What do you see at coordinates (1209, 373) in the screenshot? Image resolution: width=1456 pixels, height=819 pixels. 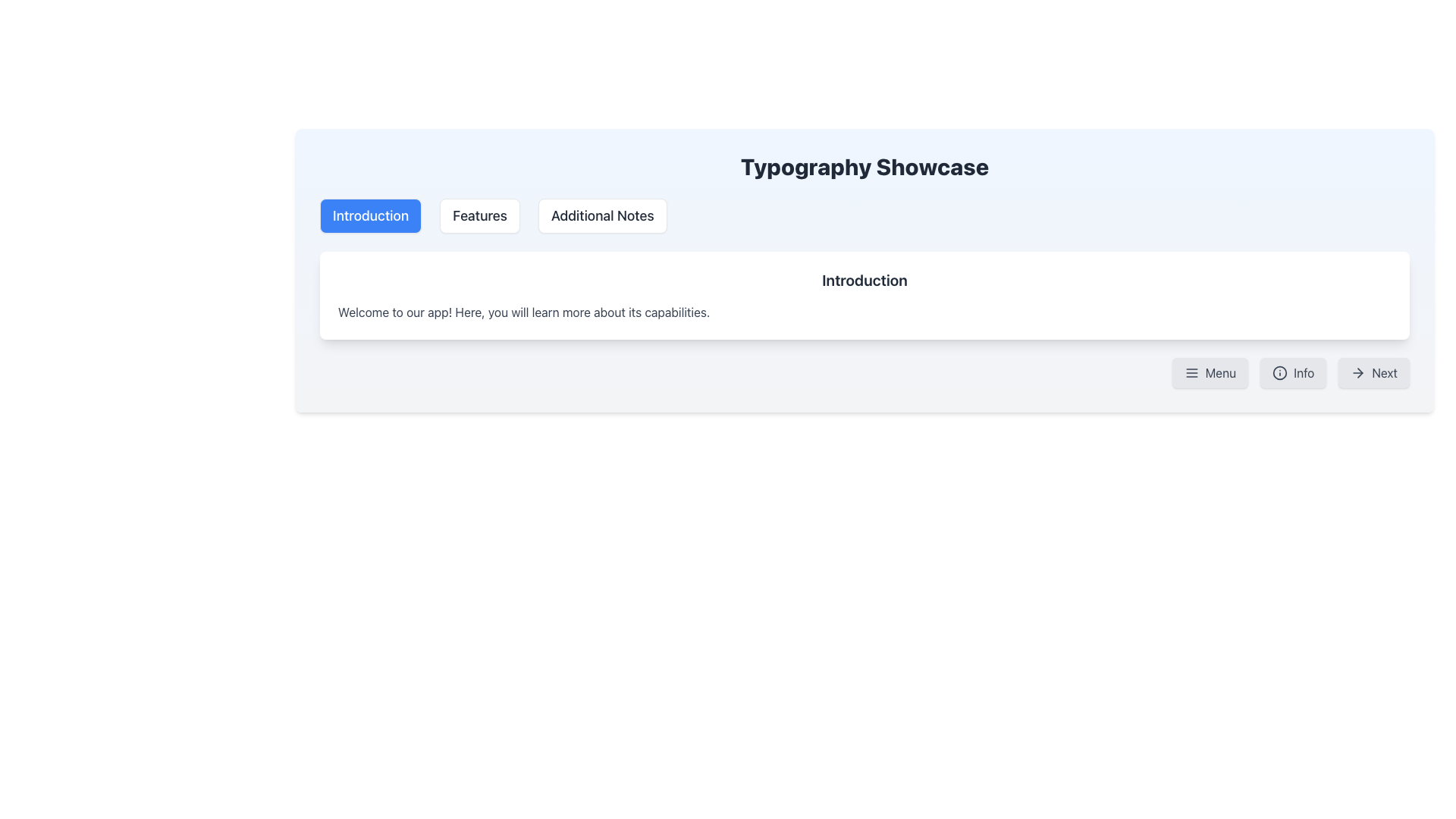 I see `the rectangular button with a rounded border and a hamburger menu icon labeled 'Menu'` at bounding box center [1209, 373].